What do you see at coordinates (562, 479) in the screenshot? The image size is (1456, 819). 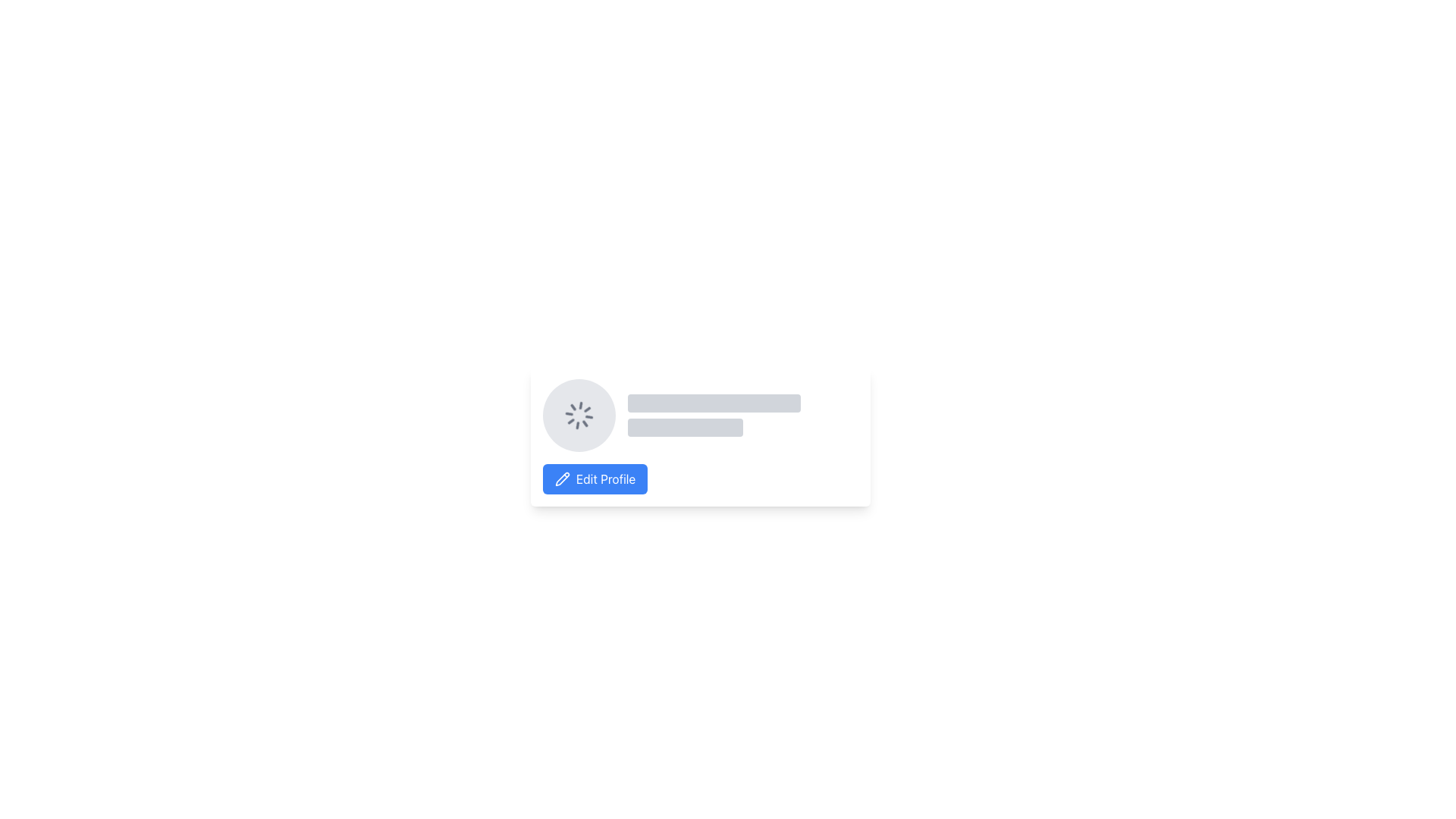 I see `the pencil icon with a blue background, located to the left of the 'Edit Profile' text` at bounding box center [562, 479].